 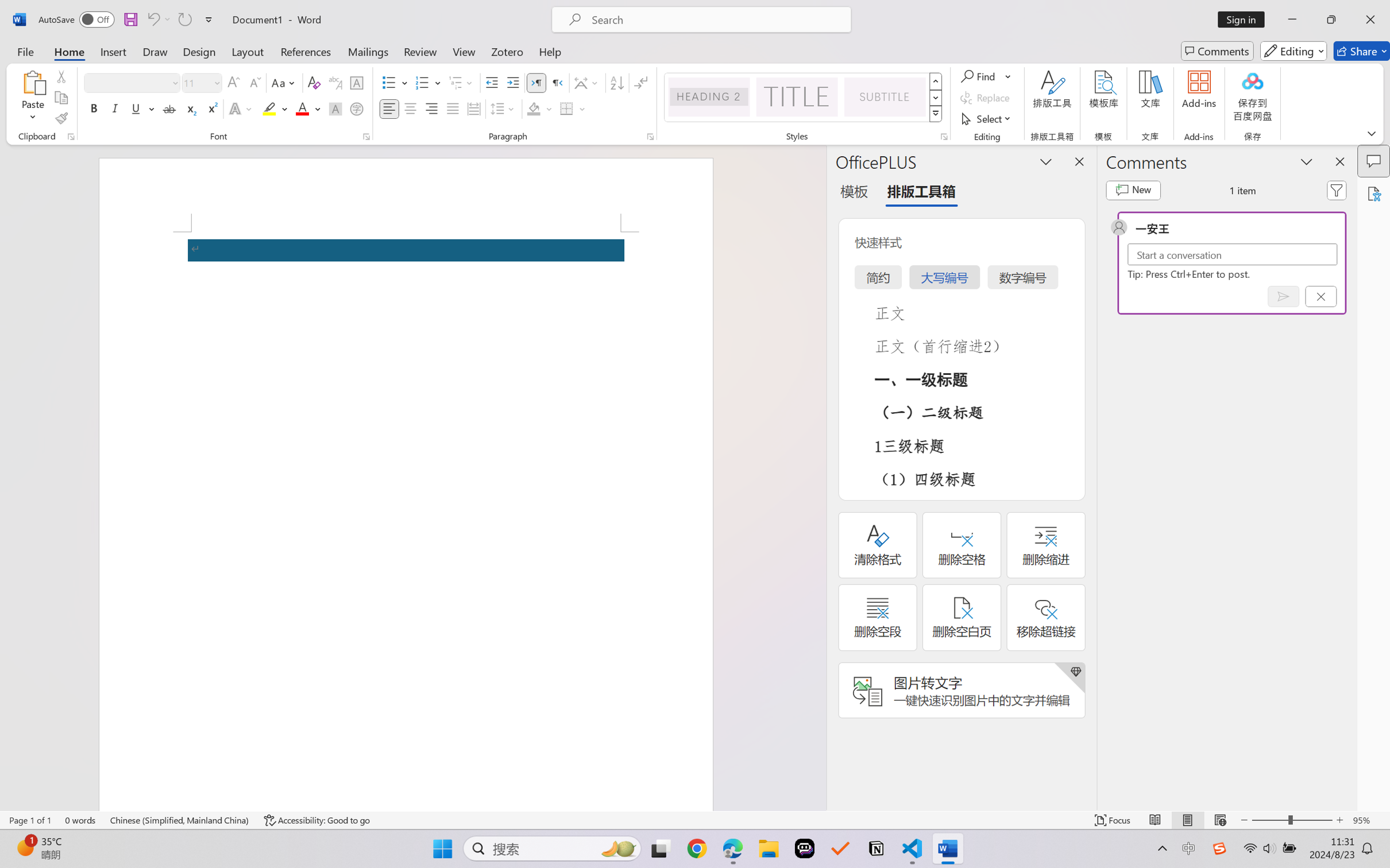 What do you see at coordinates (1337, 190) in the screenshot?
I see `'Filter'` at bounding box center [1337, 190].